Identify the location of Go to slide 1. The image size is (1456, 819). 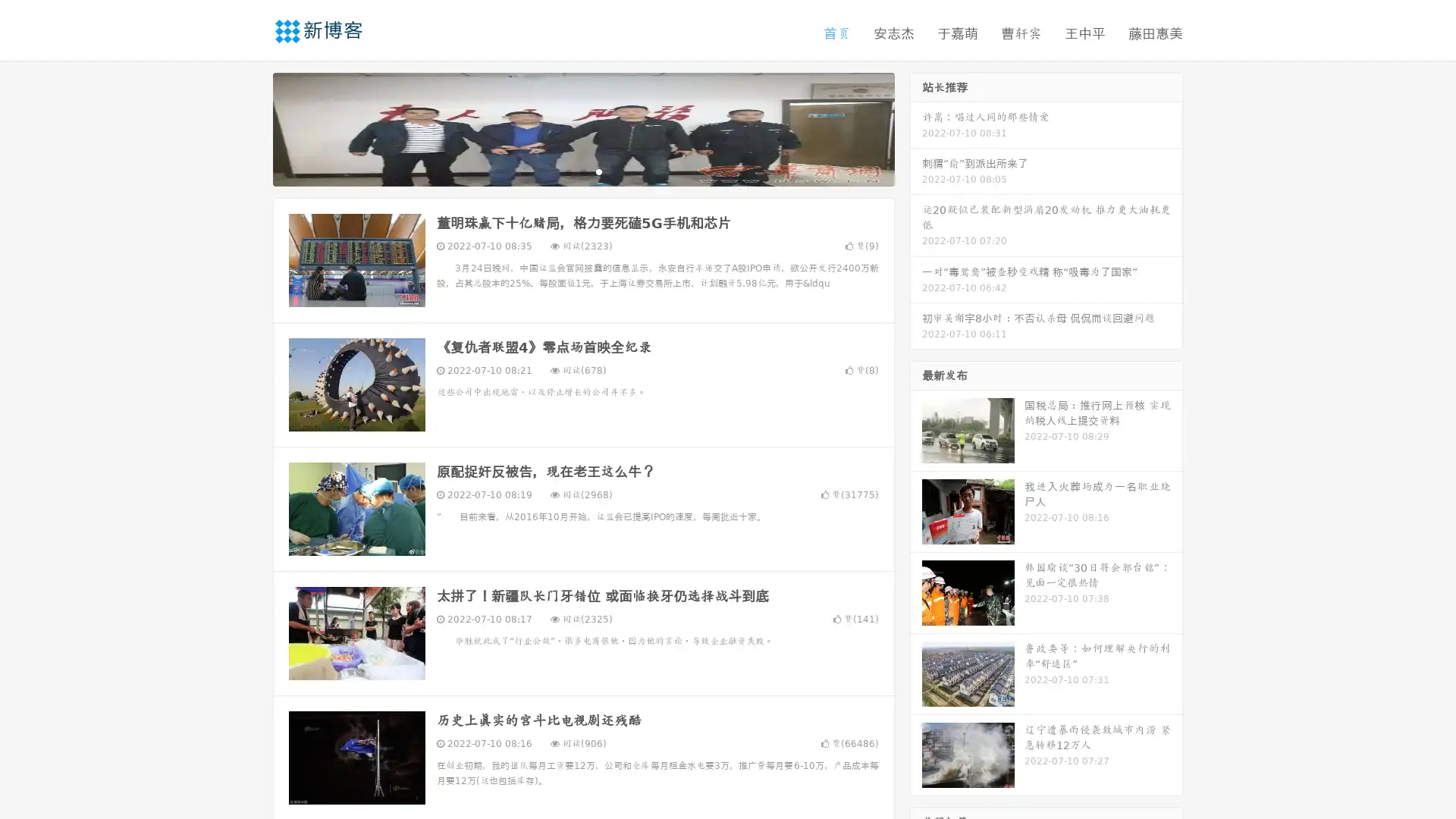
(567, 171).